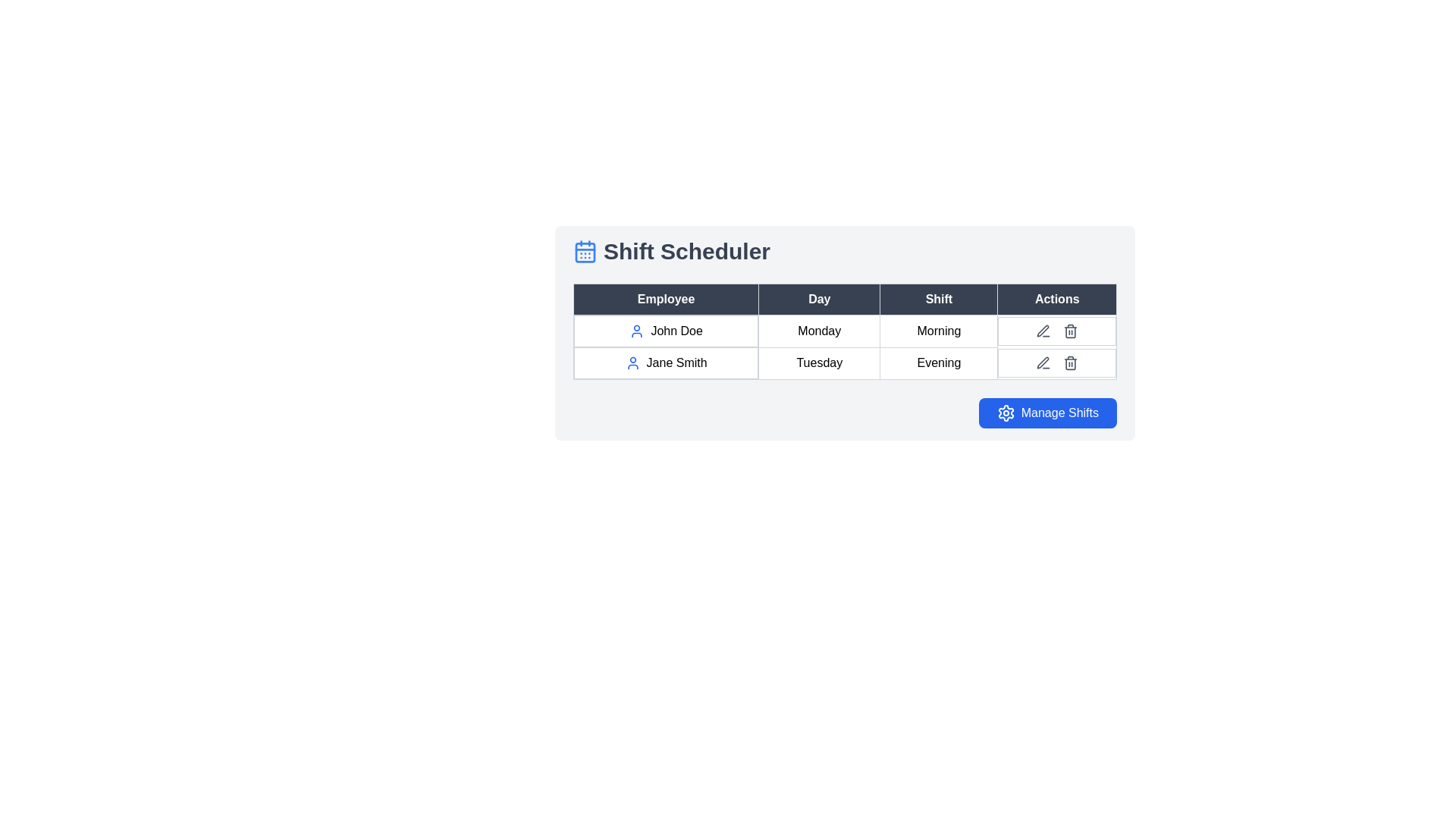 The image size is (1456, 819). What do you see at coordinates (1070, 330) in the screenshot?
I see `the delete button, which is the second icon` at bounding box center [1070, 330].